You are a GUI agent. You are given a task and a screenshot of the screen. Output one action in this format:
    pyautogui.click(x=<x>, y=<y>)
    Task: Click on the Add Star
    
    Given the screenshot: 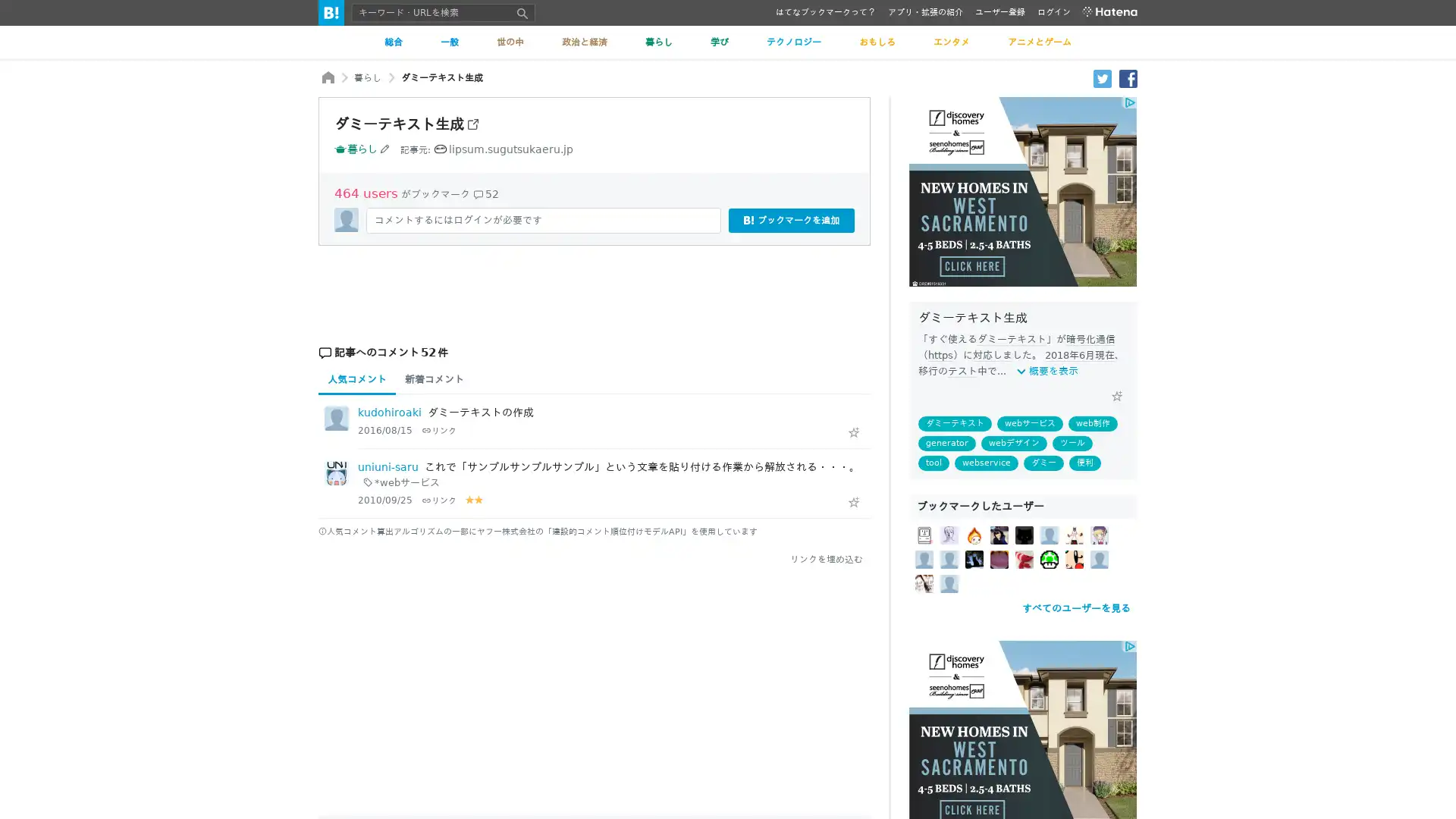 What is the action you would take?
    pyautogui.click(x=854, y=432)
    